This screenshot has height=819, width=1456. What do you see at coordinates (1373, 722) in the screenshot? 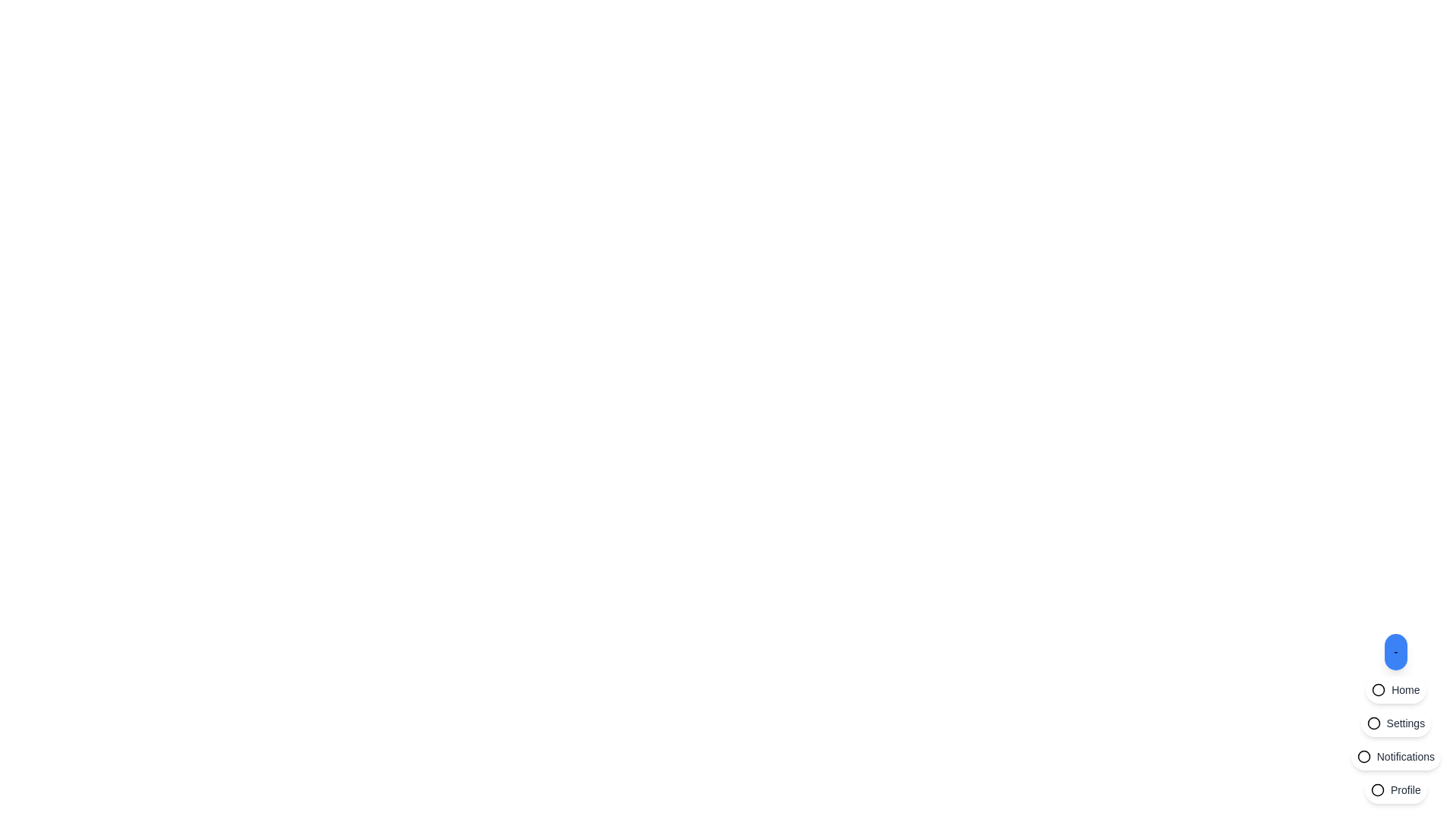
I see `the circular icon located in the vertical sidebar menu towards the bottom right of the interface` at bounding box center [1373, 722].